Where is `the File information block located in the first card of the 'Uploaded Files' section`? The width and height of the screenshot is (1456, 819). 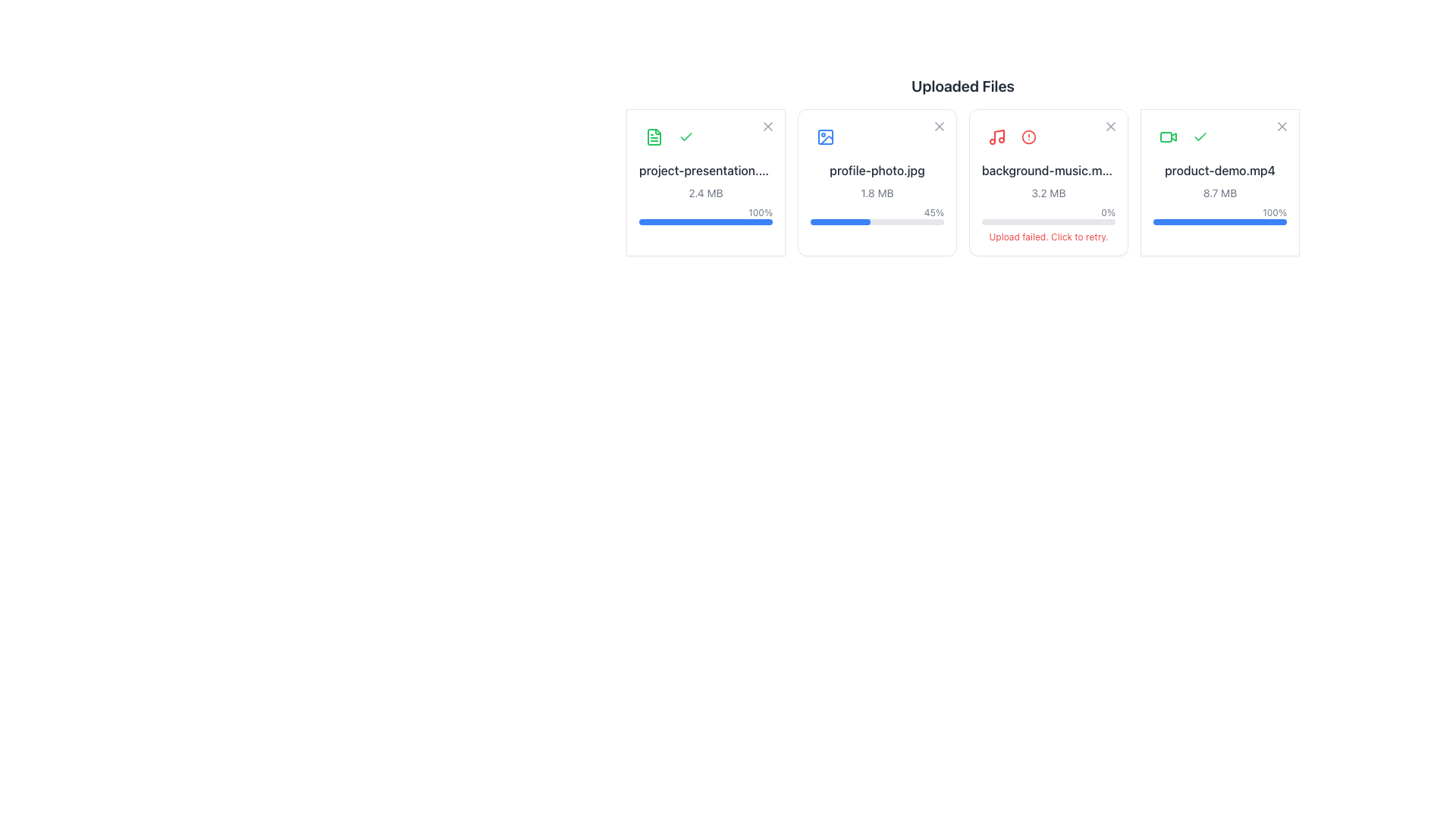 the File information block located in the first card of the 'Uploaded Files' section is located at coordinates (705, 192).